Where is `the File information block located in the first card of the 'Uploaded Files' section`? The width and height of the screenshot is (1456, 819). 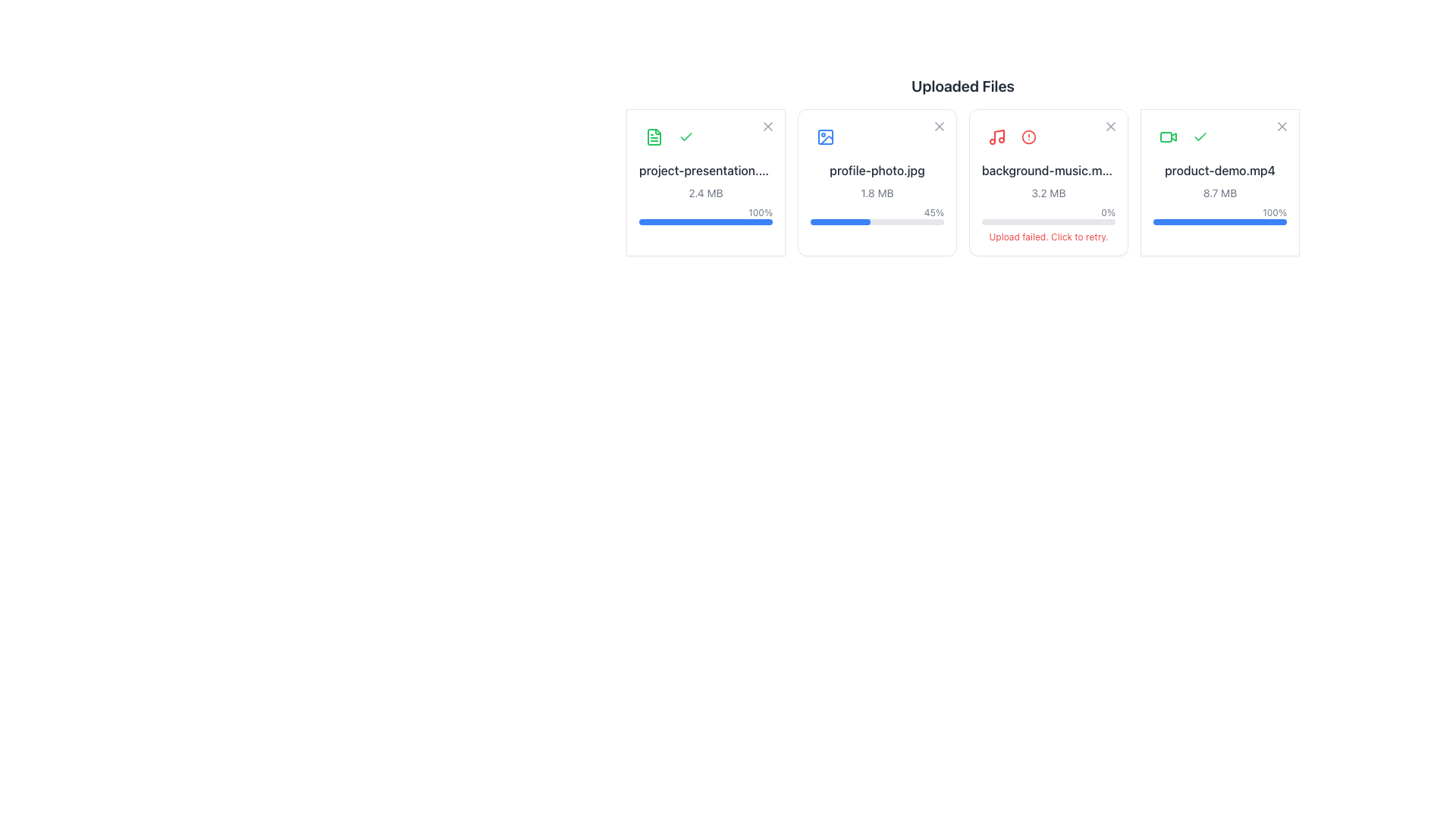 the File information block located in the first card of the 'Uploaded Files' section is located at coordinates (705, 192).